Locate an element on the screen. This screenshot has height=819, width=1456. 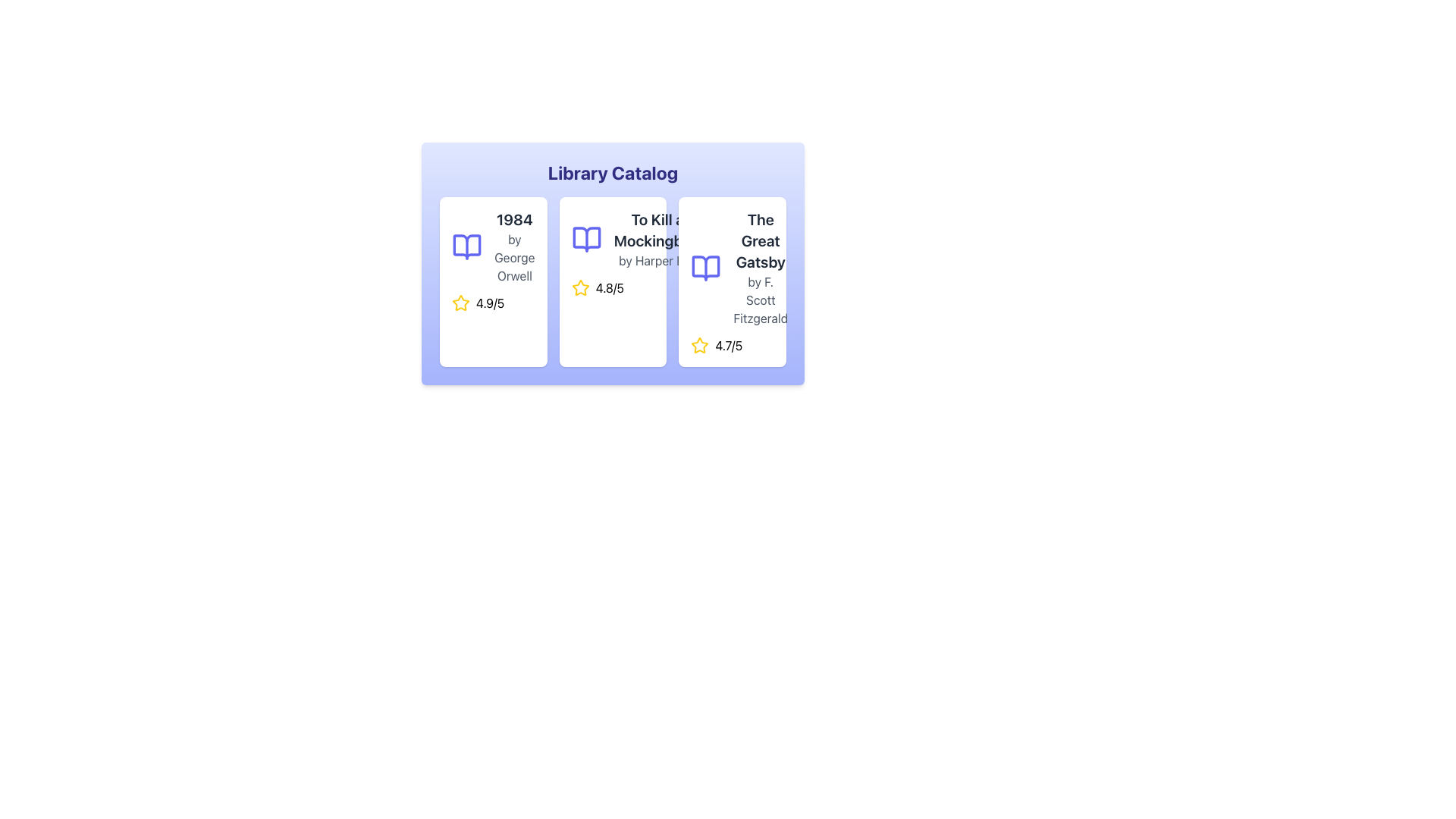
the visual aesthetic of the open book icon with purple outlines located in the second card of the 'Library Catalog', above the book title 'To Kill a Mockingbird by Harper Lee' is located at coordinates (585, 239).